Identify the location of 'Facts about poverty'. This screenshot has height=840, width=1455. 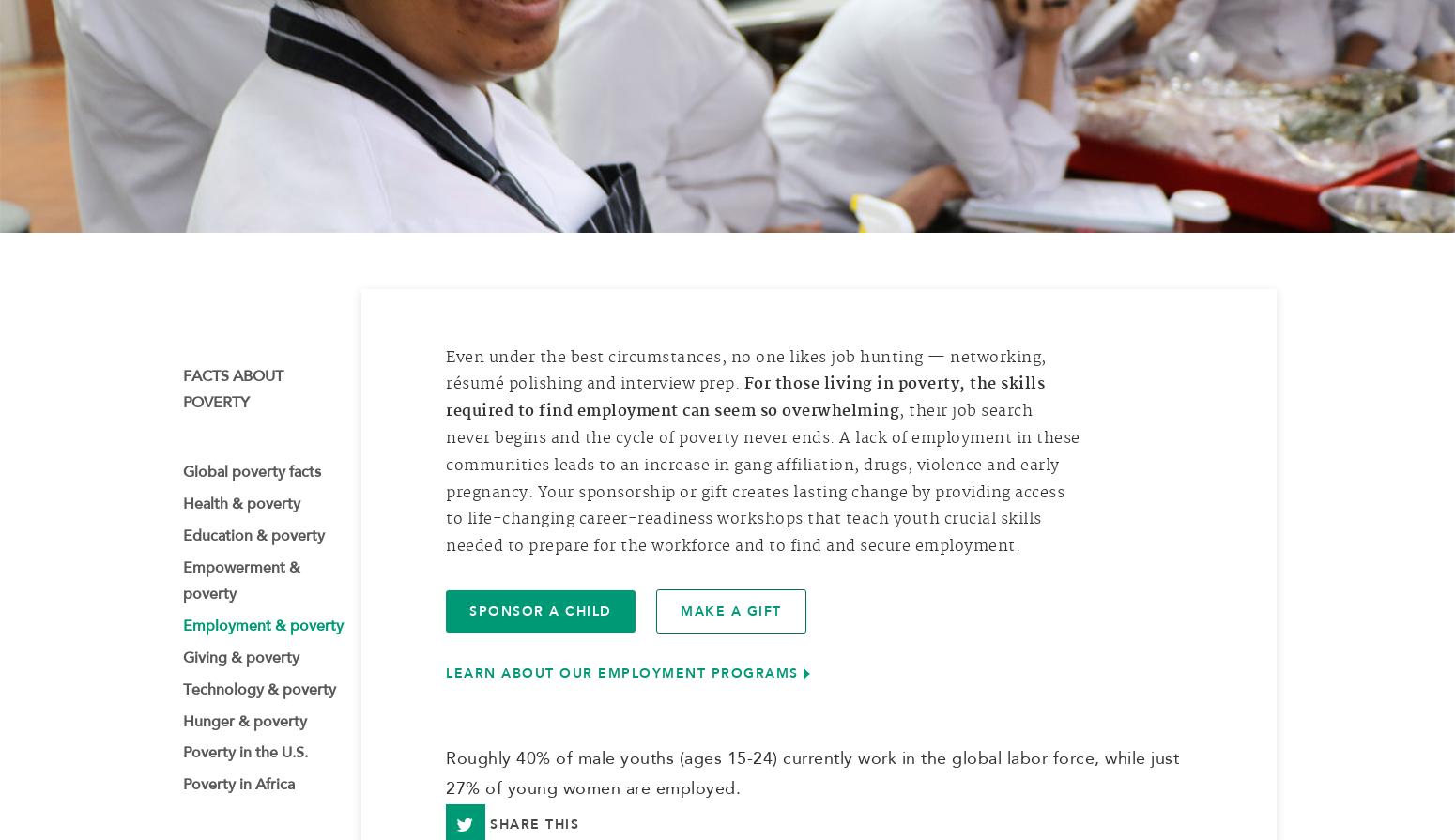
(233, 397).